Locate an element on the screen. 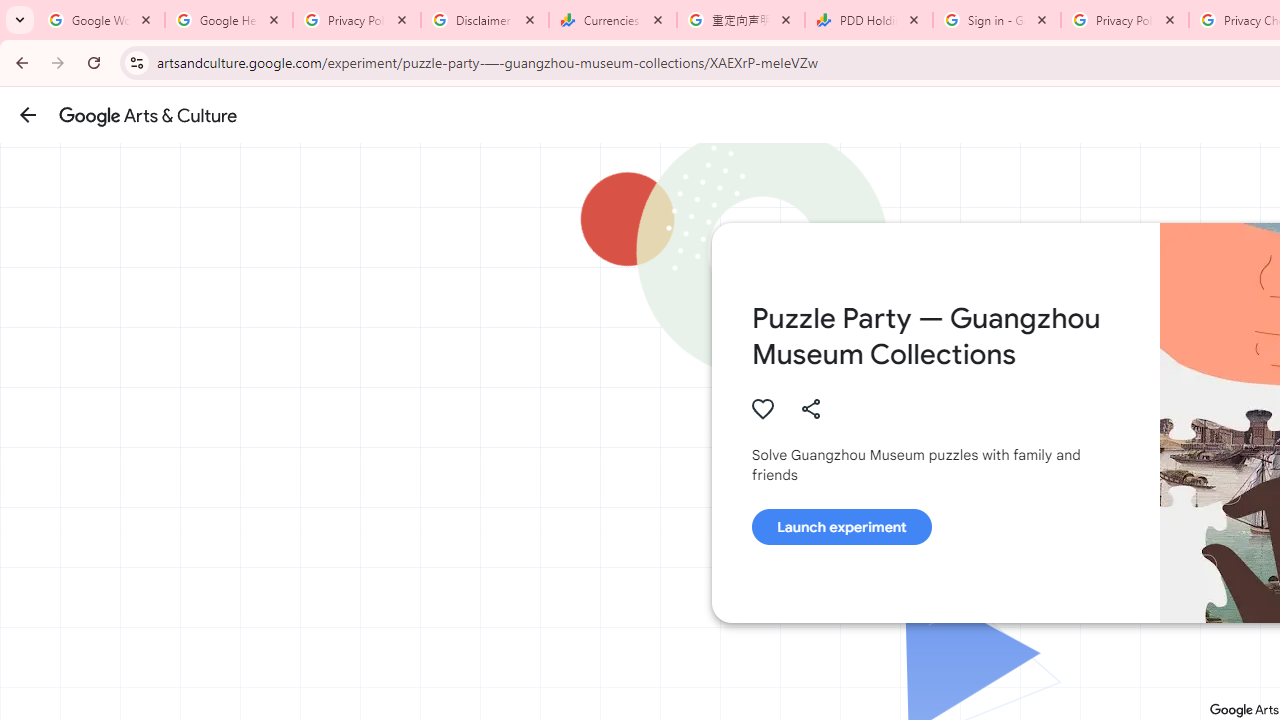 The width and height of the screenshot is (1280, 720). 'Authenticate to favorite this asset.' is located at coordinates (761, 407).